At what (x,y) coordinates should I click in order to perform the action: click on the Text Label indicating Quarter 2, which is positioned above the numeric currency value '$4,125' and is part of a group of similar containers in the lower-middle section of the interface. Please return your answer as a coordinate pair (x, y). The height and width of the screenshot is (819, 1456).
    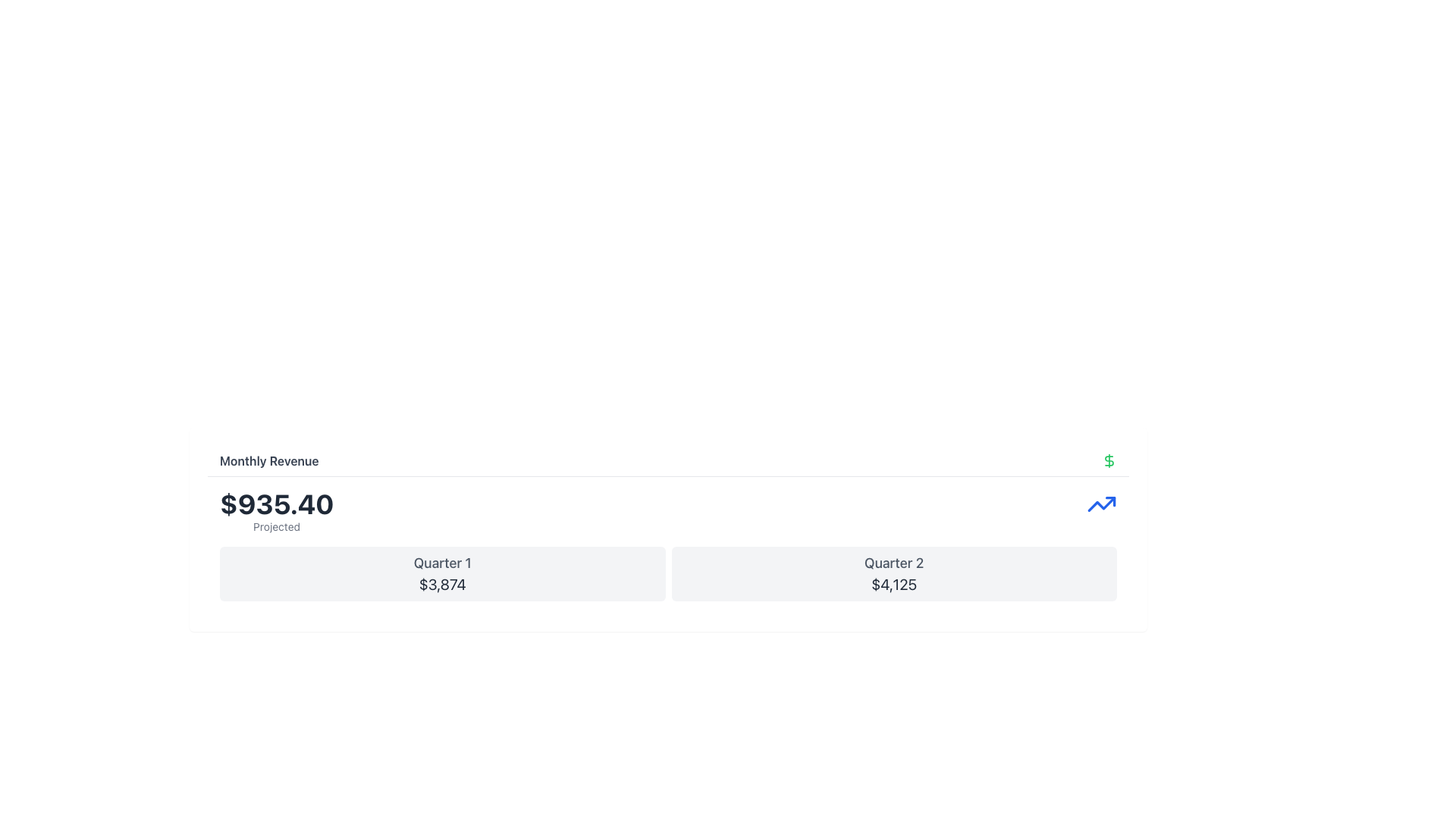
    Looking at the image, I should click on (894, 563).